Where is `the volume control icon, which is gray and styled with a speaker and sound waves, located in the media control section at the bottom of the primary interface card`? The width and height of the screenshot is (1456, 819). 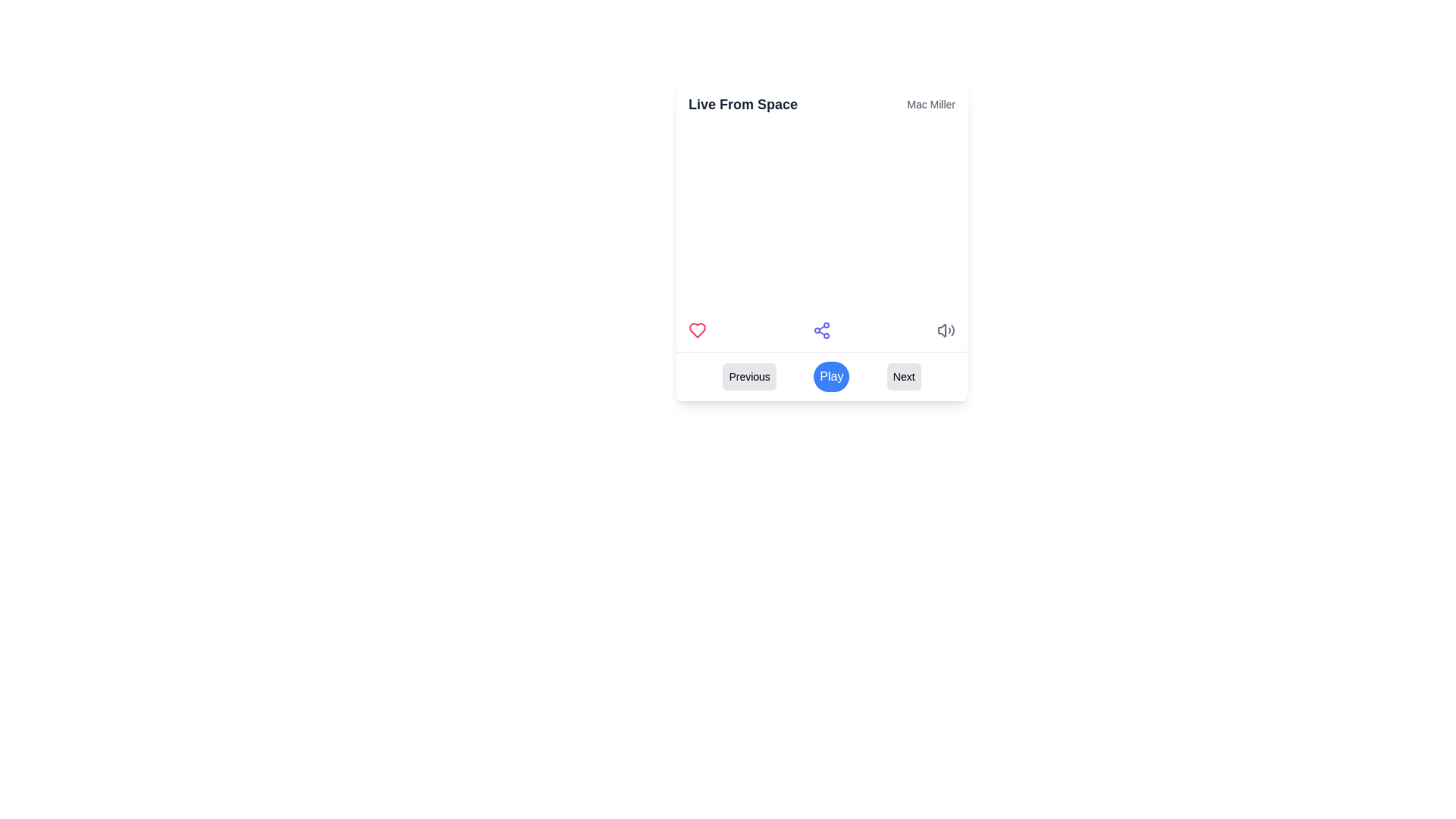
the volume control icon, which is gray and styled with a speaker and sound waves, located in the media control section at the bottom of the primary interface card is located at coordinates (946, 329).